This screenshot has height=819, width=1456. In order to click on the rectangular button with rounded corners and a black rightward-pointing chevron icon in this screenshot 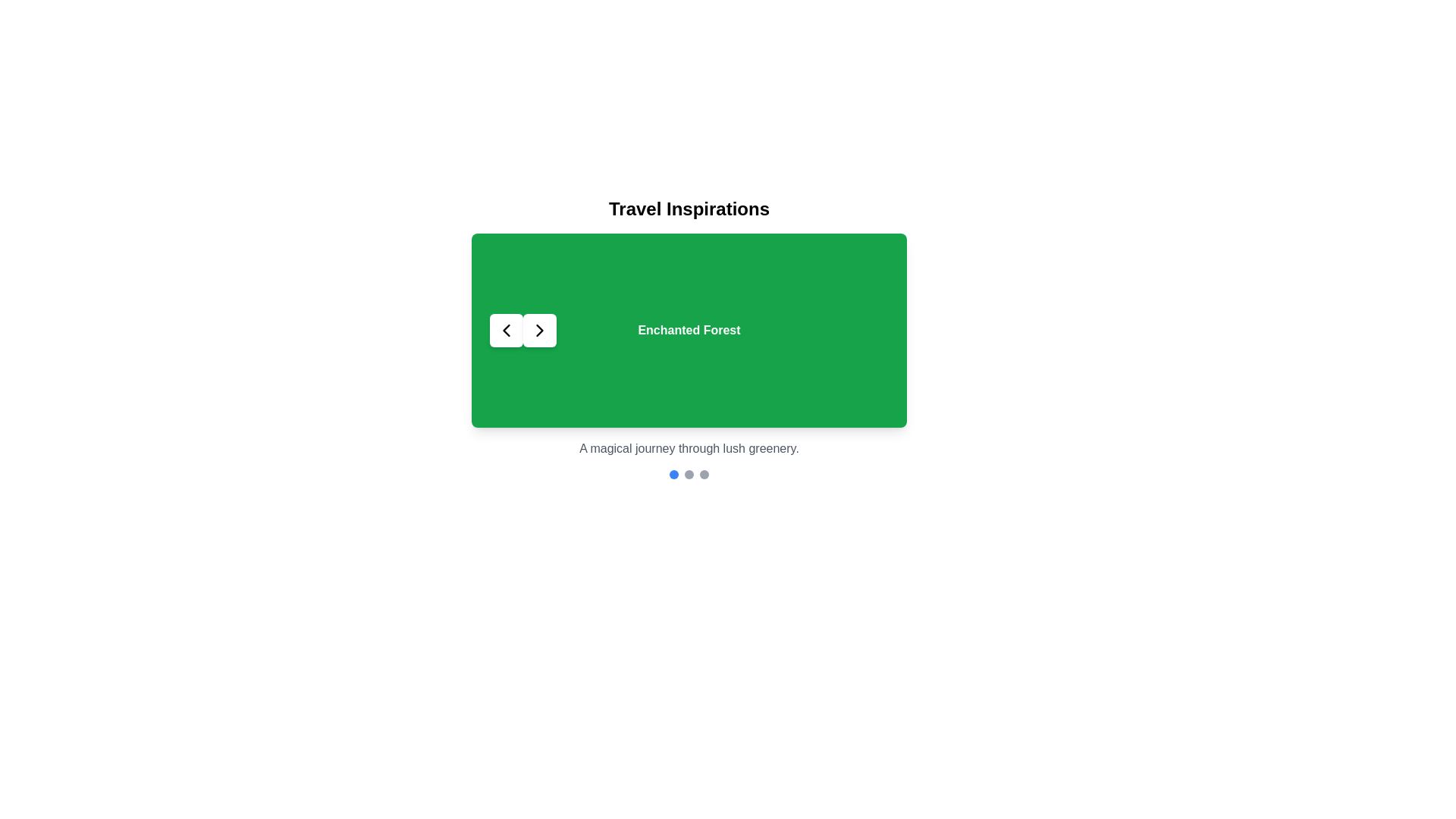, I will do `click(539, 329)`.